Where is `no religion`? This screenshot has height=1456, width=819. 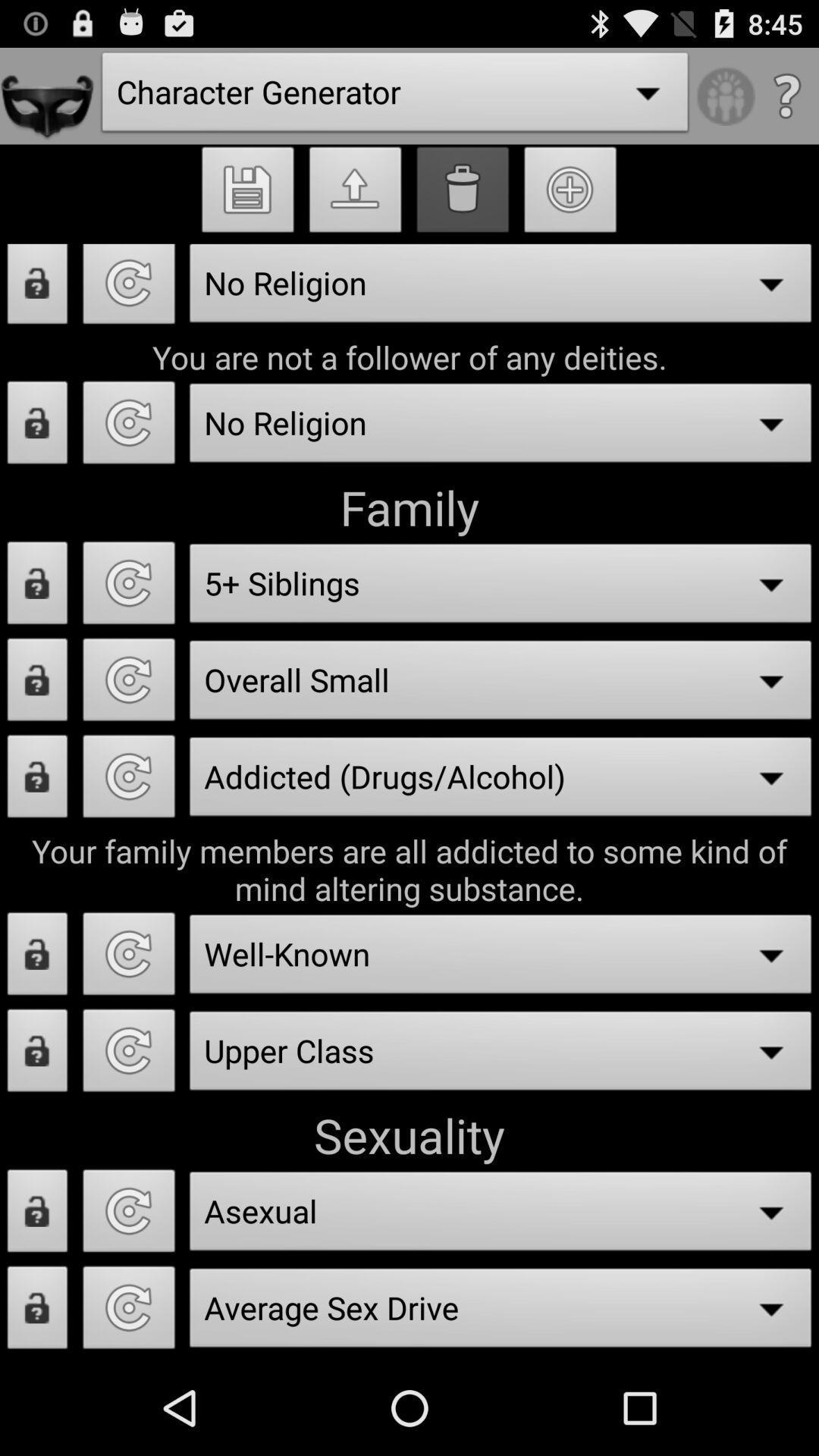 no religion is located at coordinates (128, 290).